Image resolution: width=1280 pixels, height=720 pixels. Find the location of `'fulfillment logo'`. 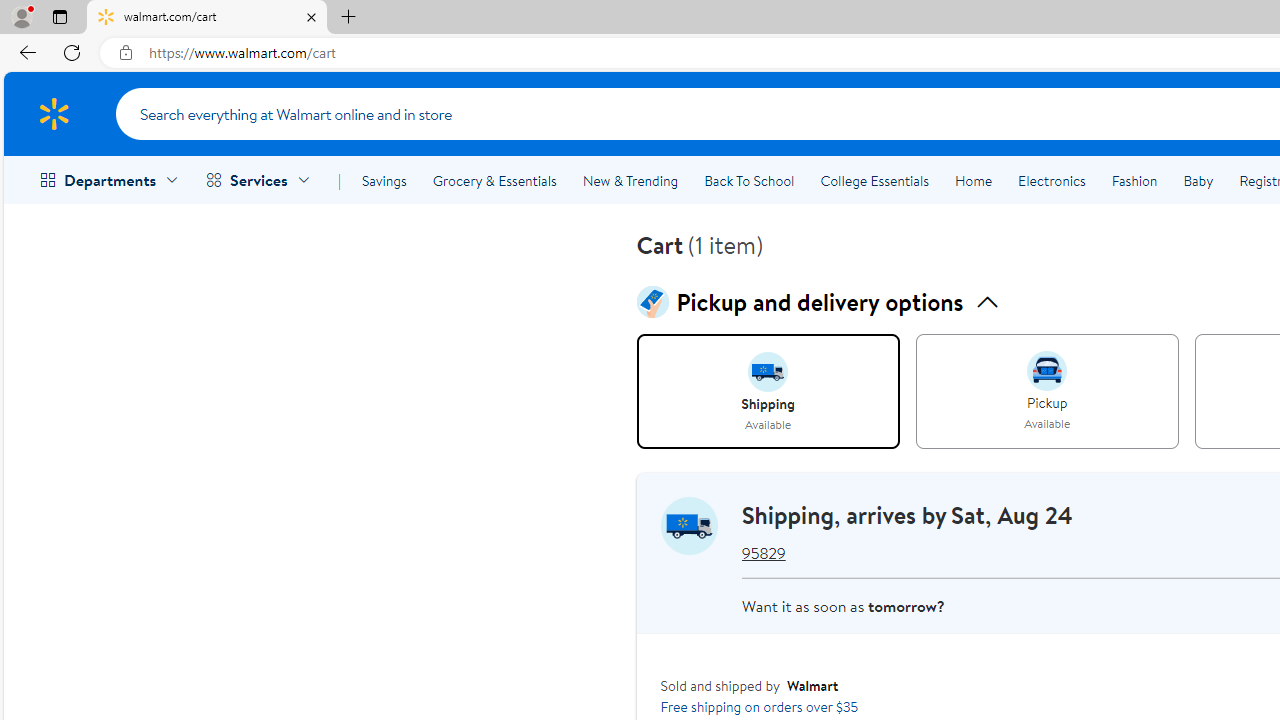

'fulfillment logo' is located at coordinates (689, 524).